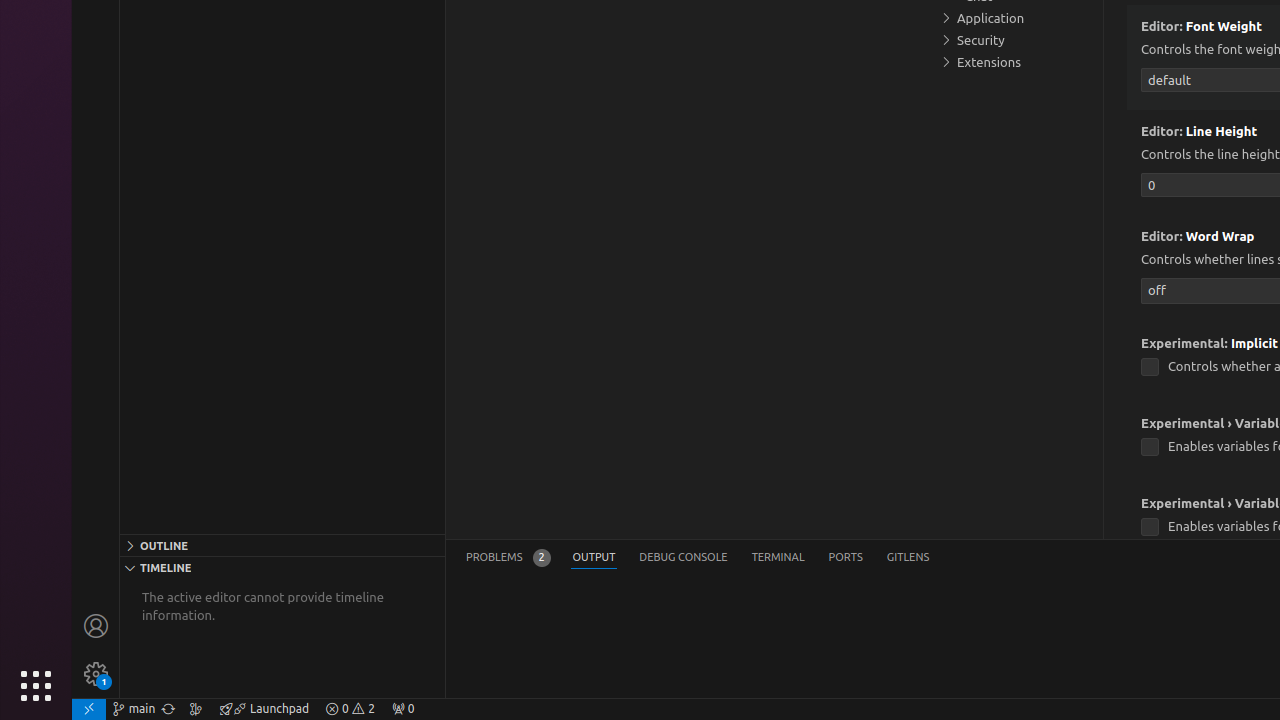 The image size is (1280, 720). I want to click on 'chat.experimental.variables.notebook', so click(1149, 526).